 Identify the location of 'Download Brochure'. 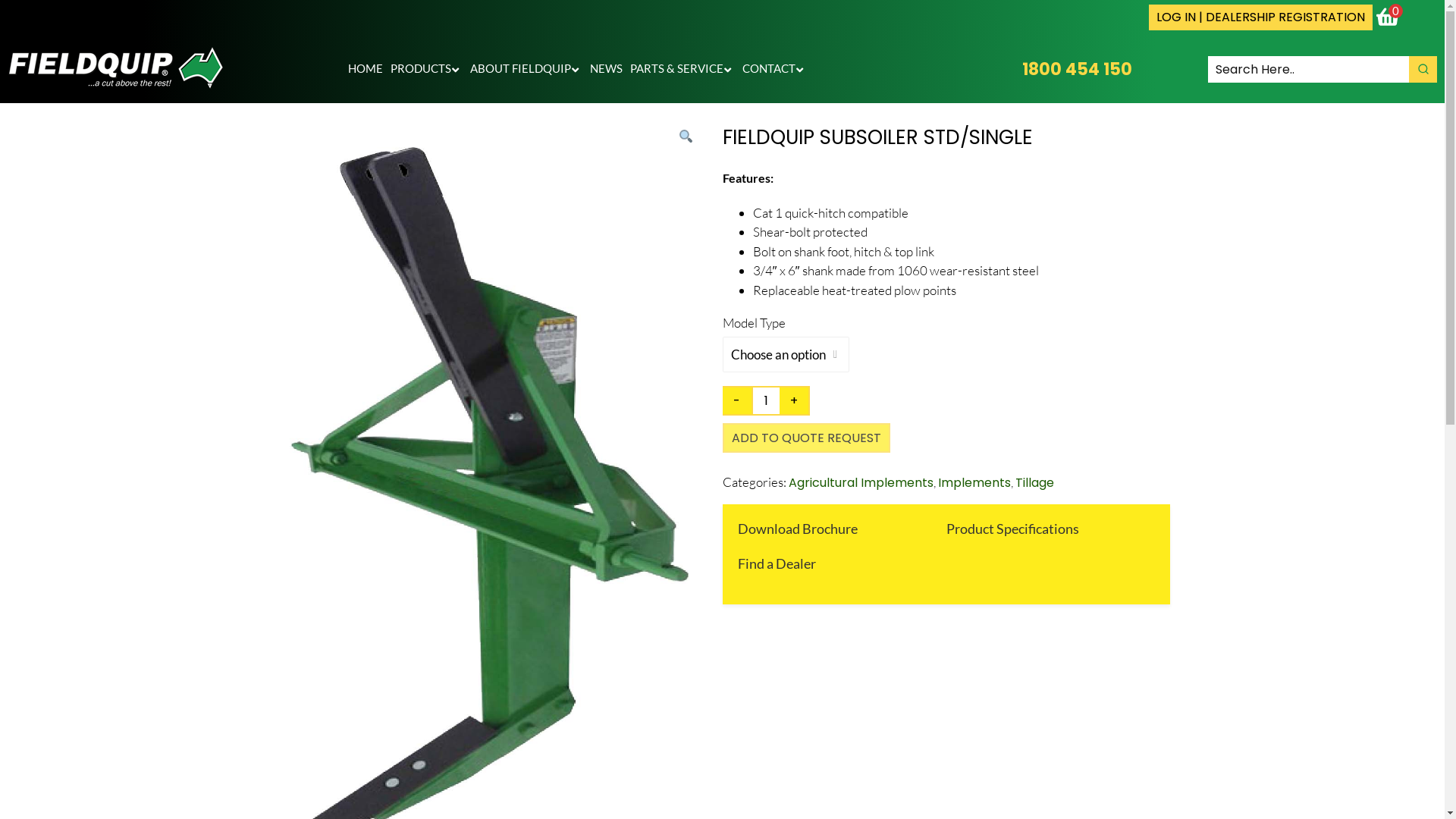
(796, 528).